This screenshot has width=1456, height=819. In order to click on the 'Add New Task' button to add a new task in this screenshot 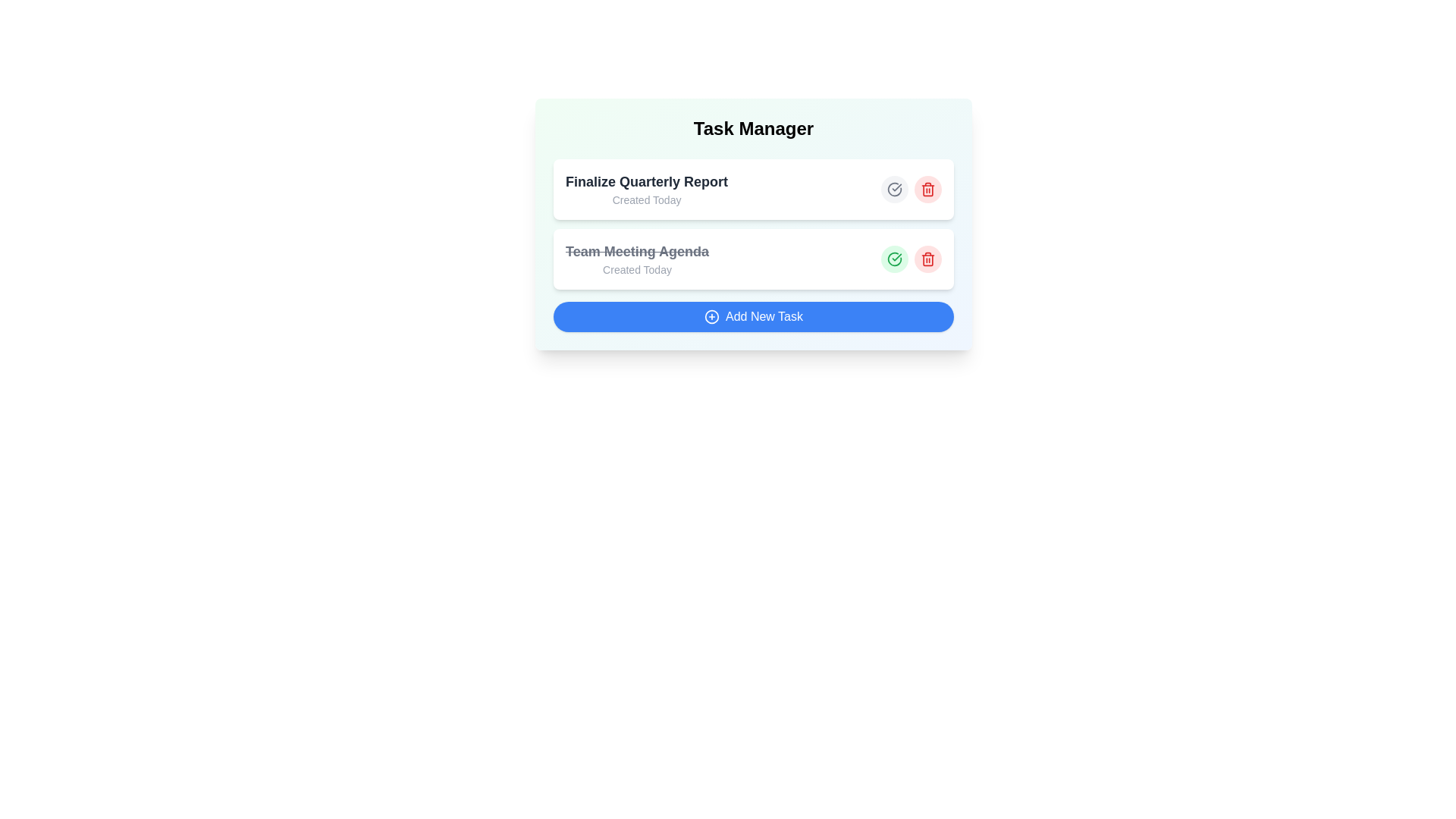, I will do `click(753, 315)`.